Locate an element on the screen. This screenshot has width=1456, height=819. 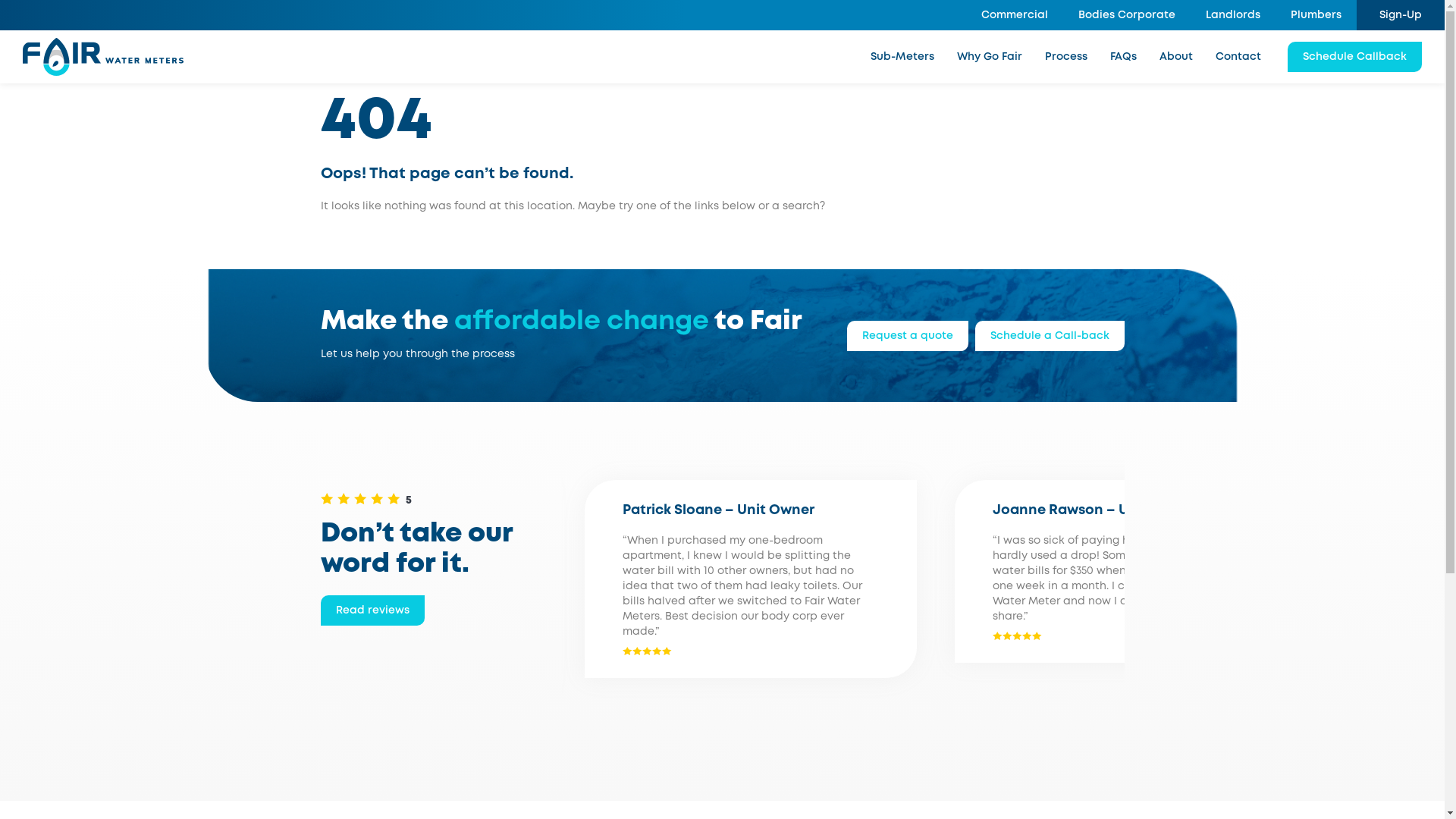
'FAQs' is located at coordinates (1123, 55).